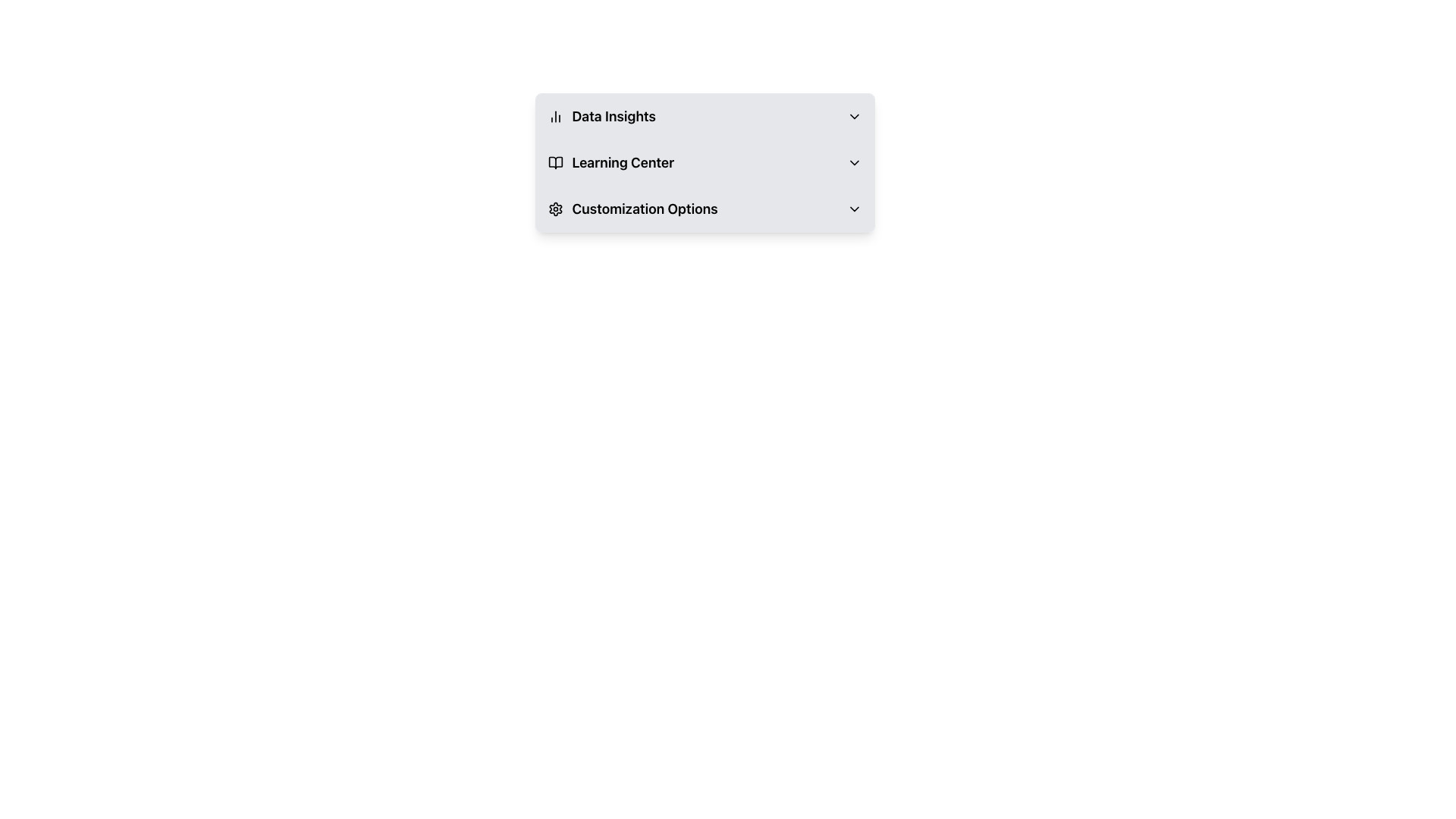  What do you see at coordinates (554, 209) in the screenshot?
I see `the settings icon located at the far left of the third item in the list, preceding the text 'Customization Options'` at bounding box center [554, 209].